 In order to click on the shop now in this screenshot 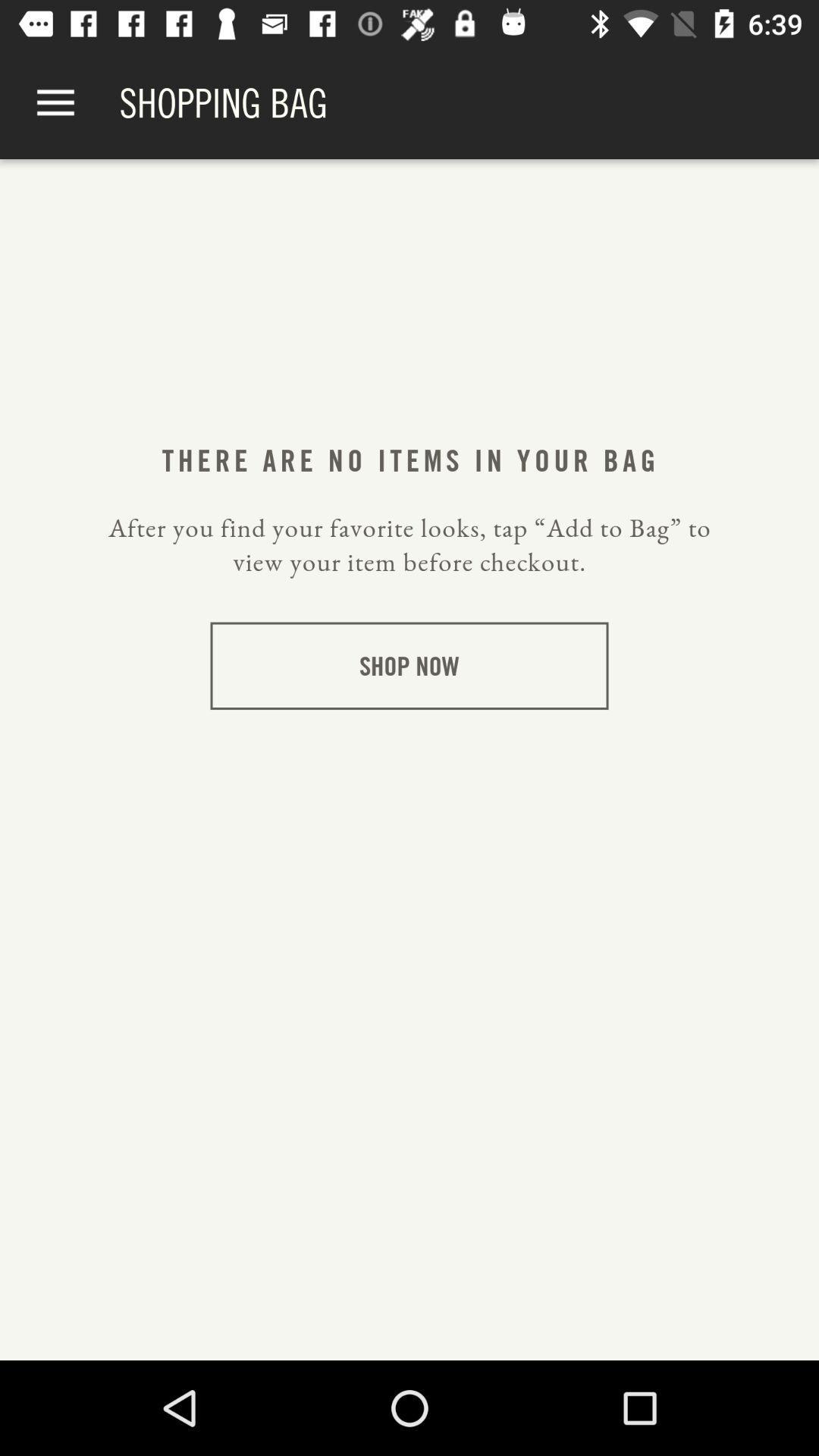, I will do `click(409, 666)`.